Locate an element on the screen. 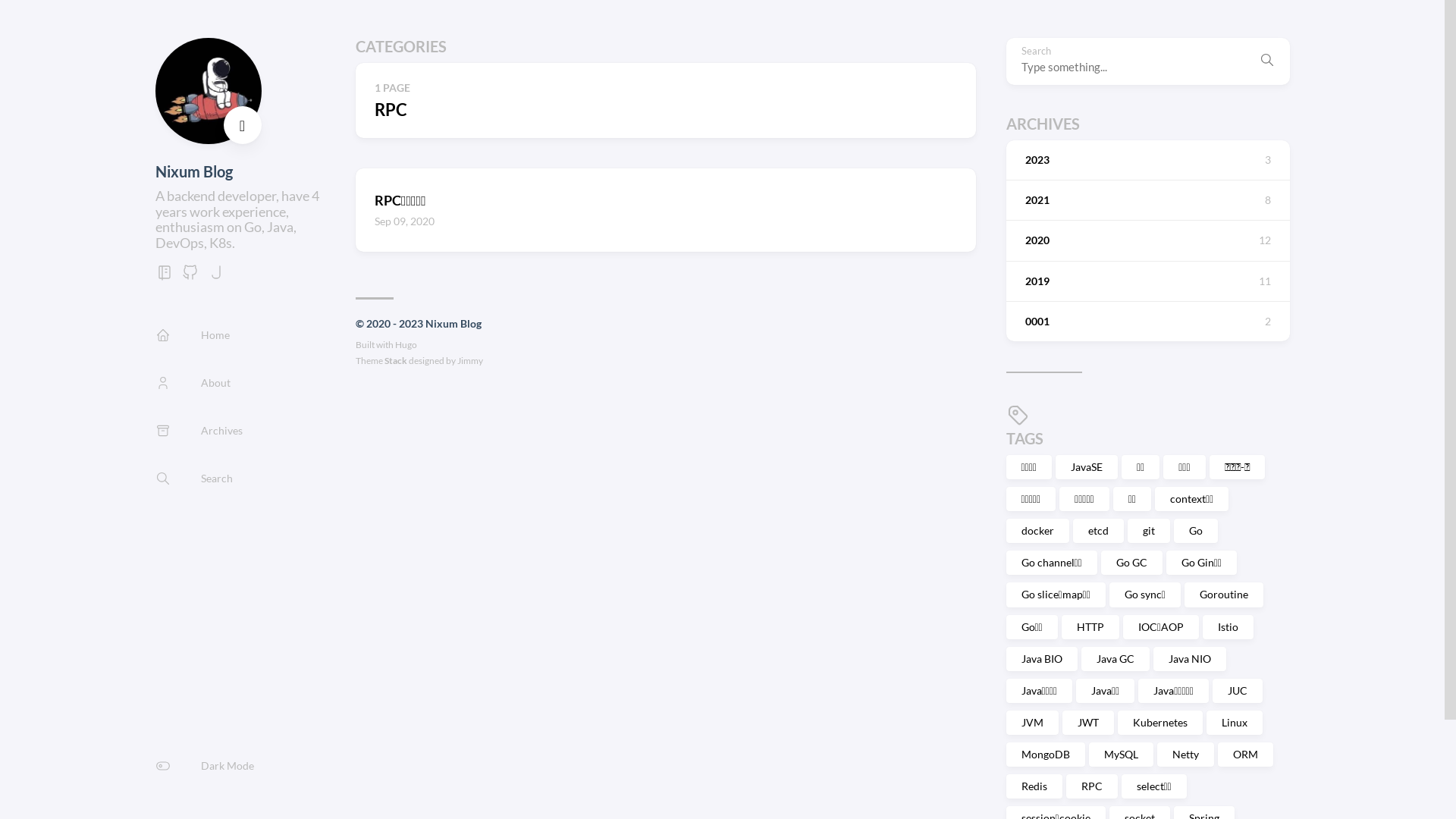 The width and height of the screenshot is (1456, 819). 'Go' is located at coordinates (1173, 529).